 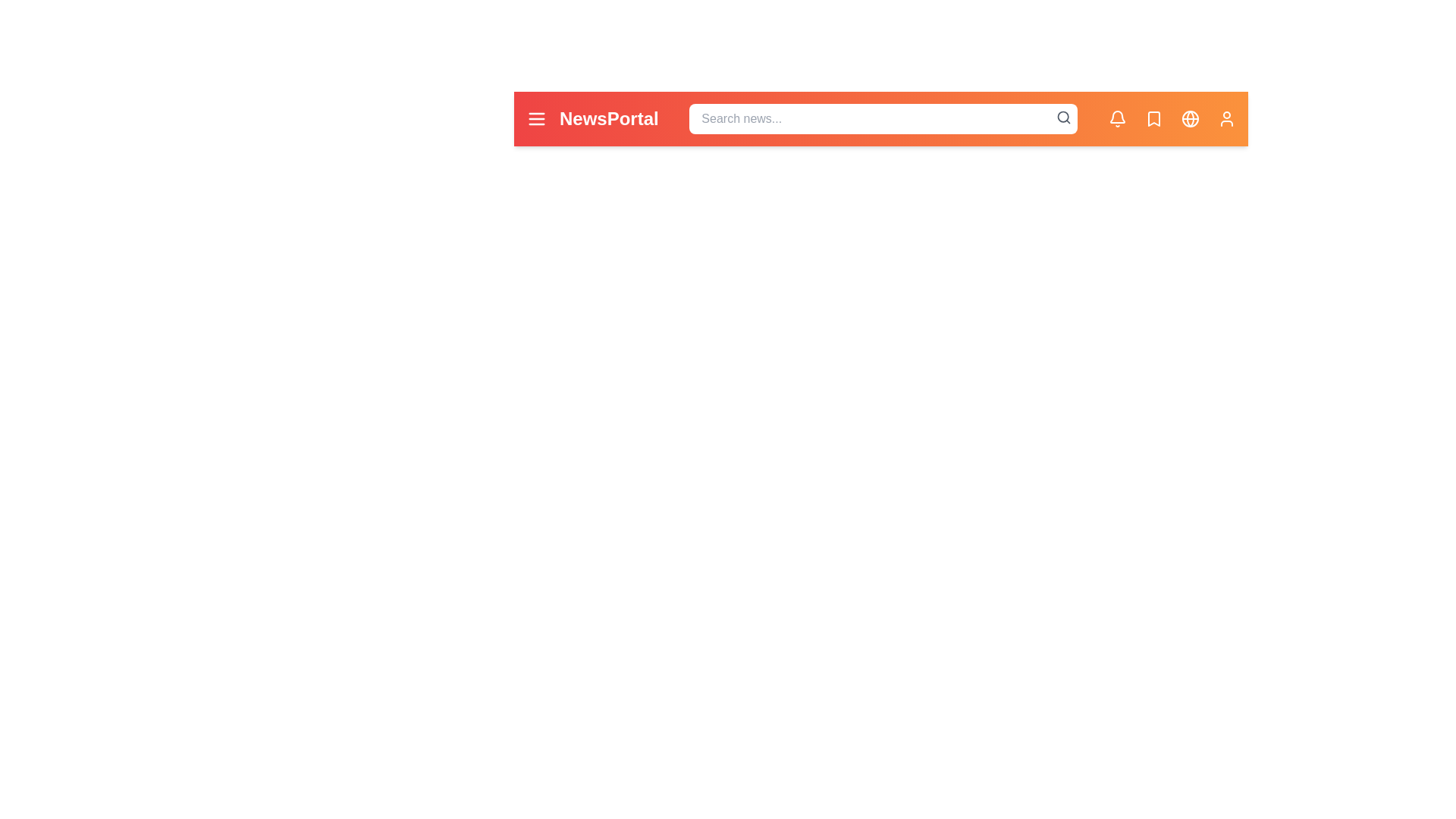 I want to click on user icon to access the user profile, so click(x=1226, y=118).